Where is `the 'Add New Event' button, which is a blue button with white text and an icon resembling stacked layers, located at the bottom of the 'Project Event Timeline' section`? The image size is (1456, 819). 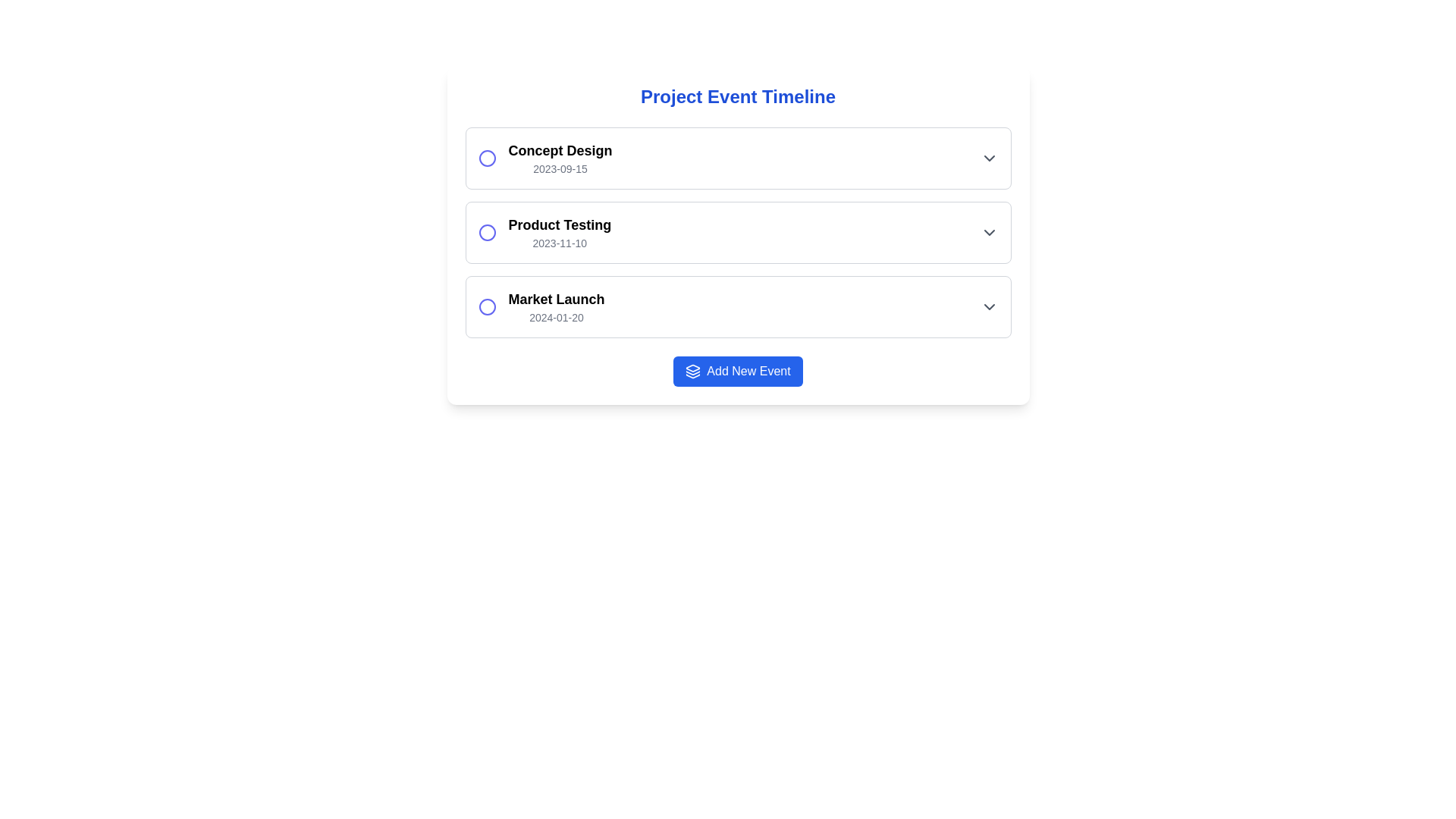 the 'Add New Event' button, which is a blue button with white text and an icon resembling stacked layers, located at the bottom of the 'Project Event Timeline' section is located at coordinates (738, 371).